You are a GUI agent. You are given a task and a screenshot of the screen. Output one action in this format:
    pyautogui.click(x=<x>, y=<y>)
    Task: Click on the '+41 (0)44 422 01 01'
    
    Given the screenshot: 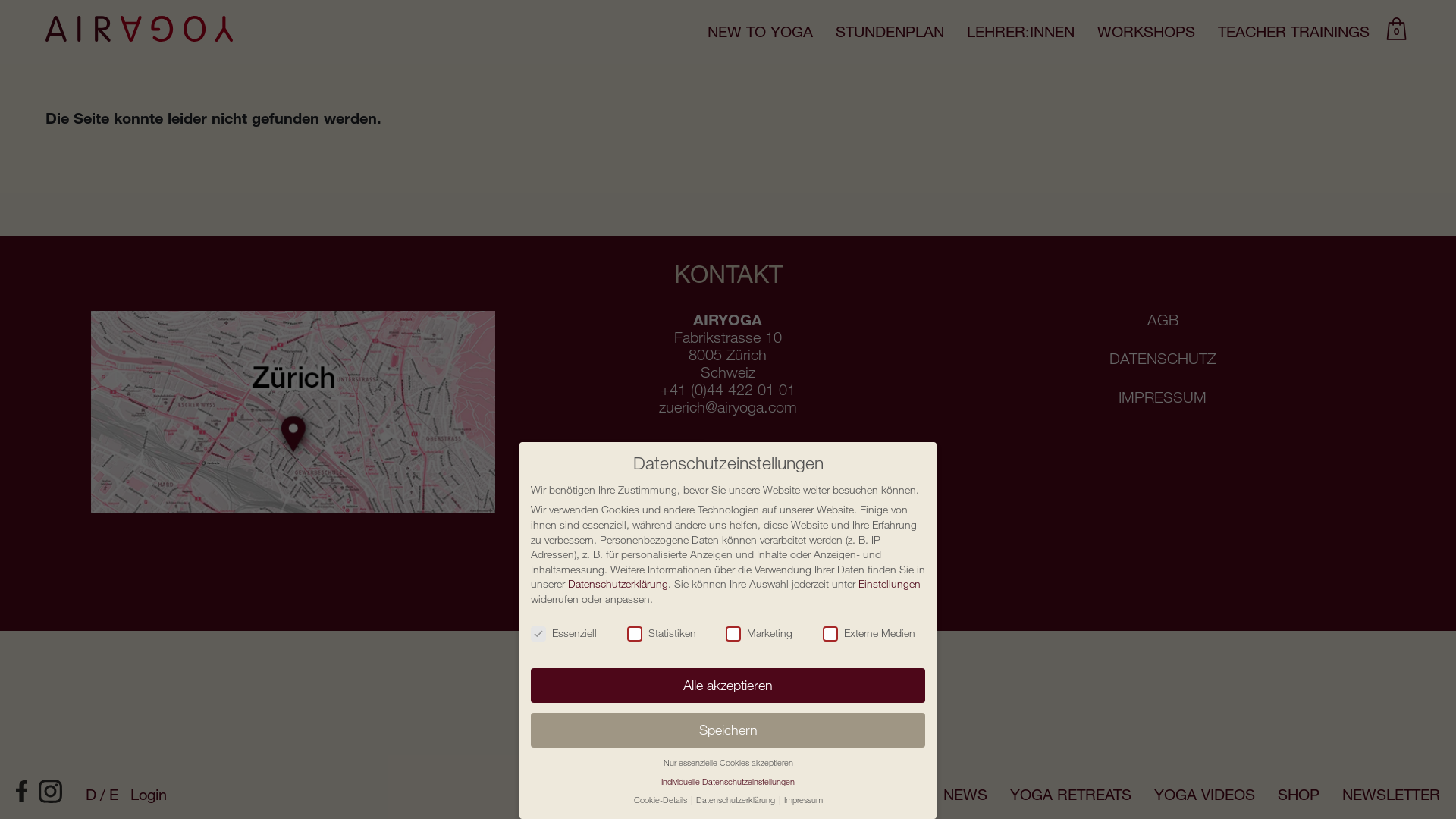 What is the action you would take?
    pyautogui.click(x=728, y=388)
    